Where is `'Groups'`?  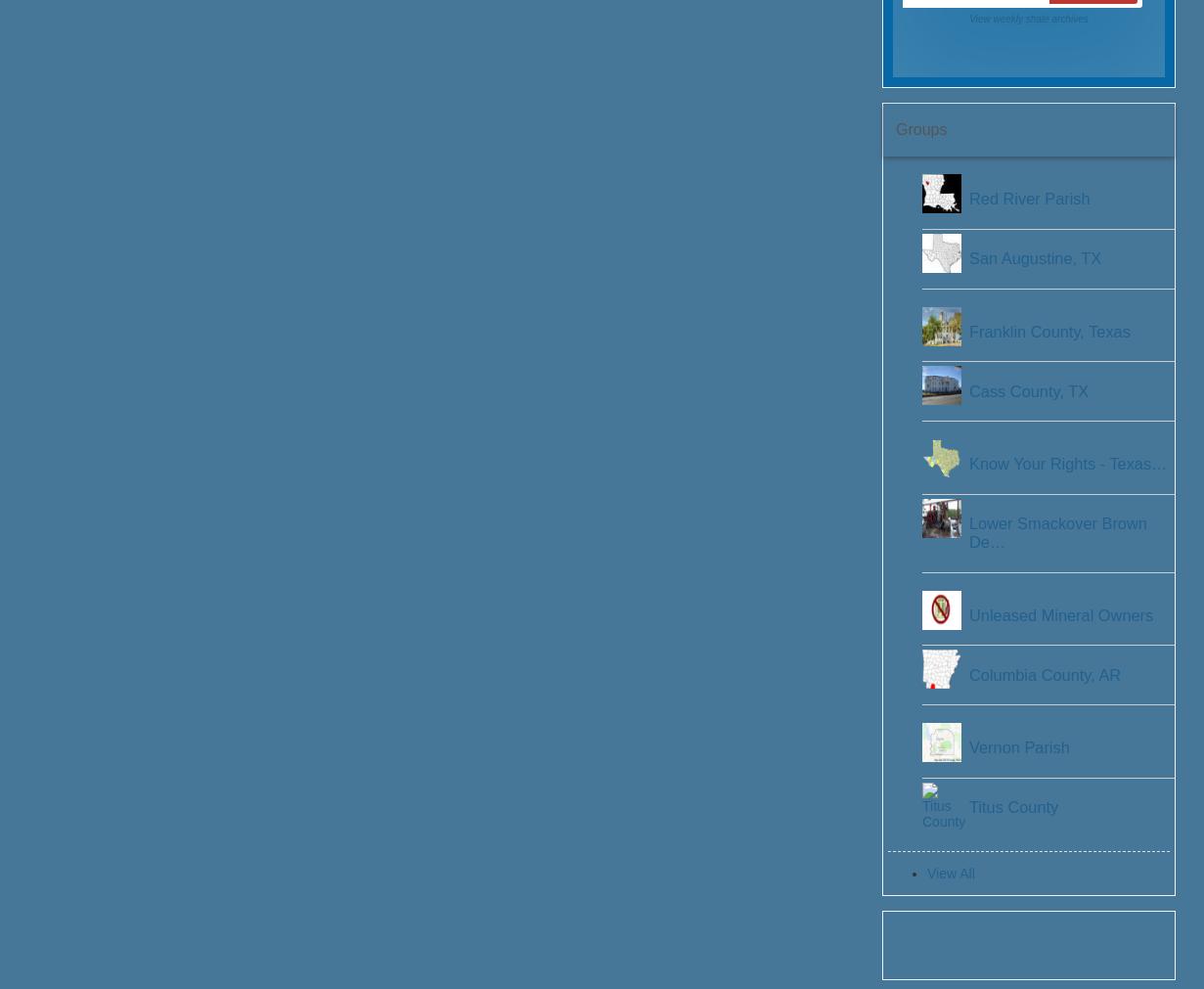 'Groups' is located at coordinates (919, 127).